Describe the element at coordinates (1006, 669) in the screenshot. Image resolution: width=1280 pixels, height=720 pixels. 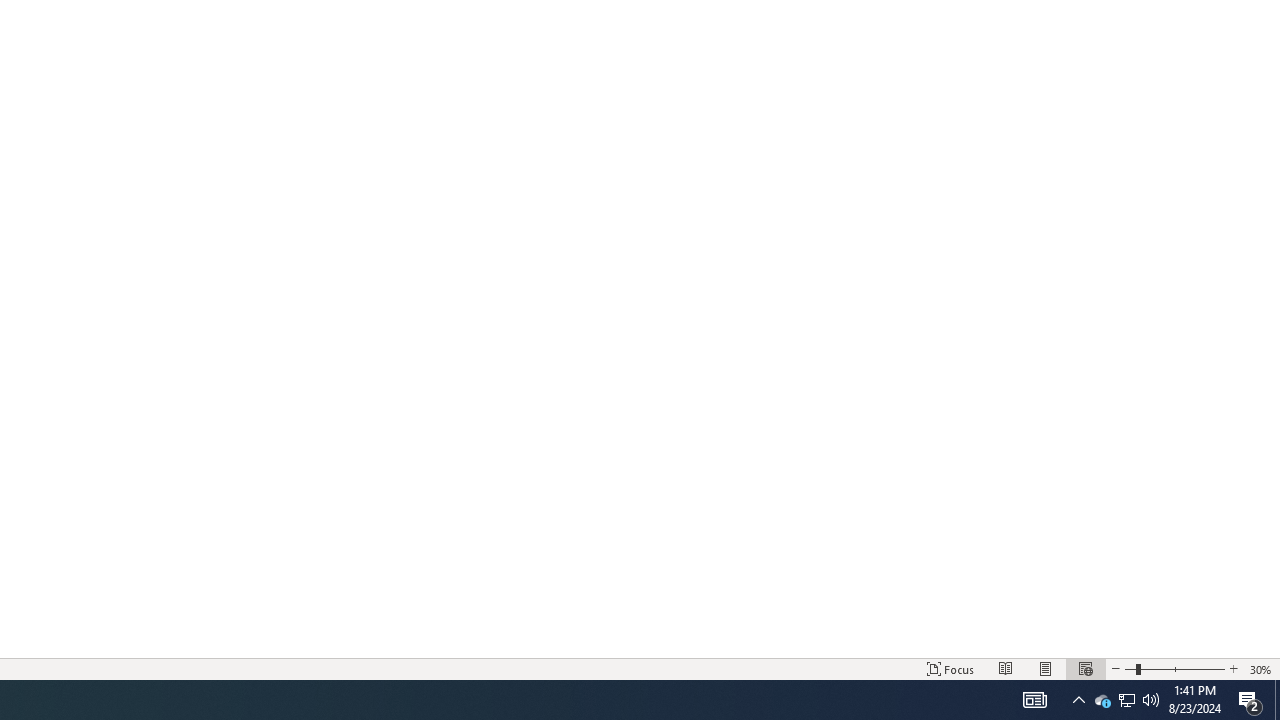
I see `'Read Mode'` at that location.